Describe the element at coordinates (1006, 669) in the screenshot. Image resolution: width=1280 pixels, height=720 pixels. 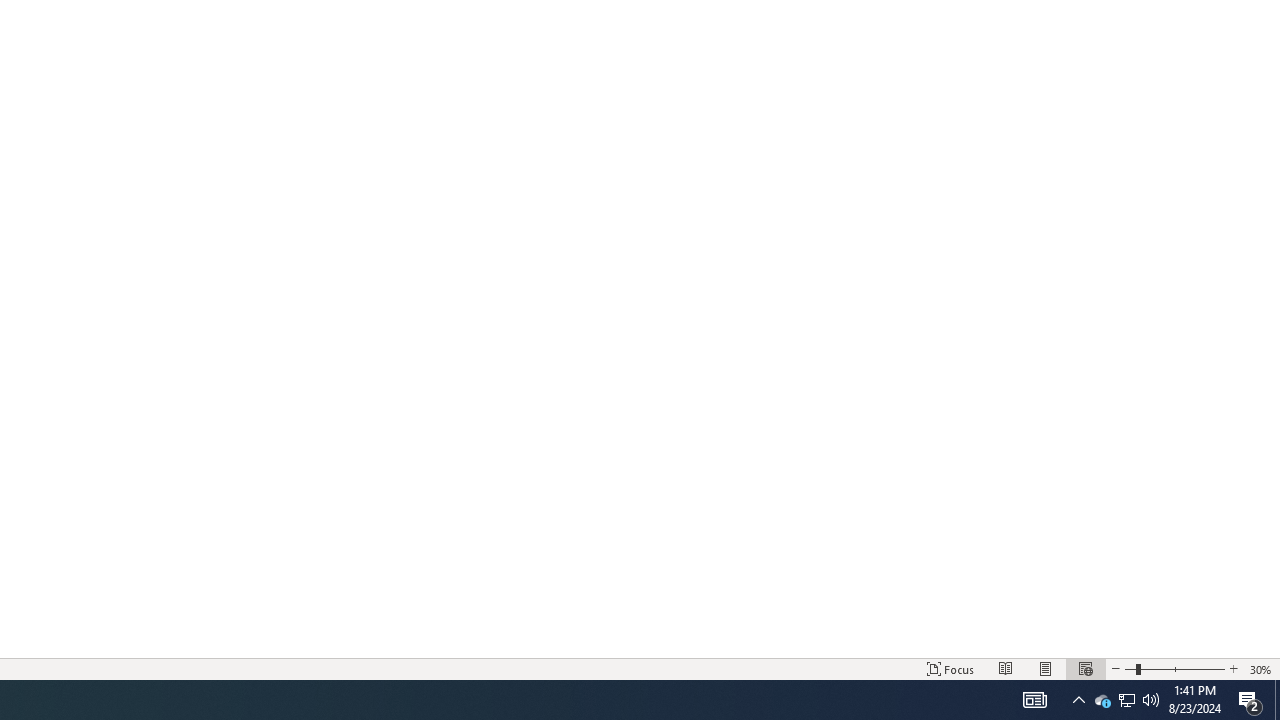
I see `'Read Mode'` at that location.